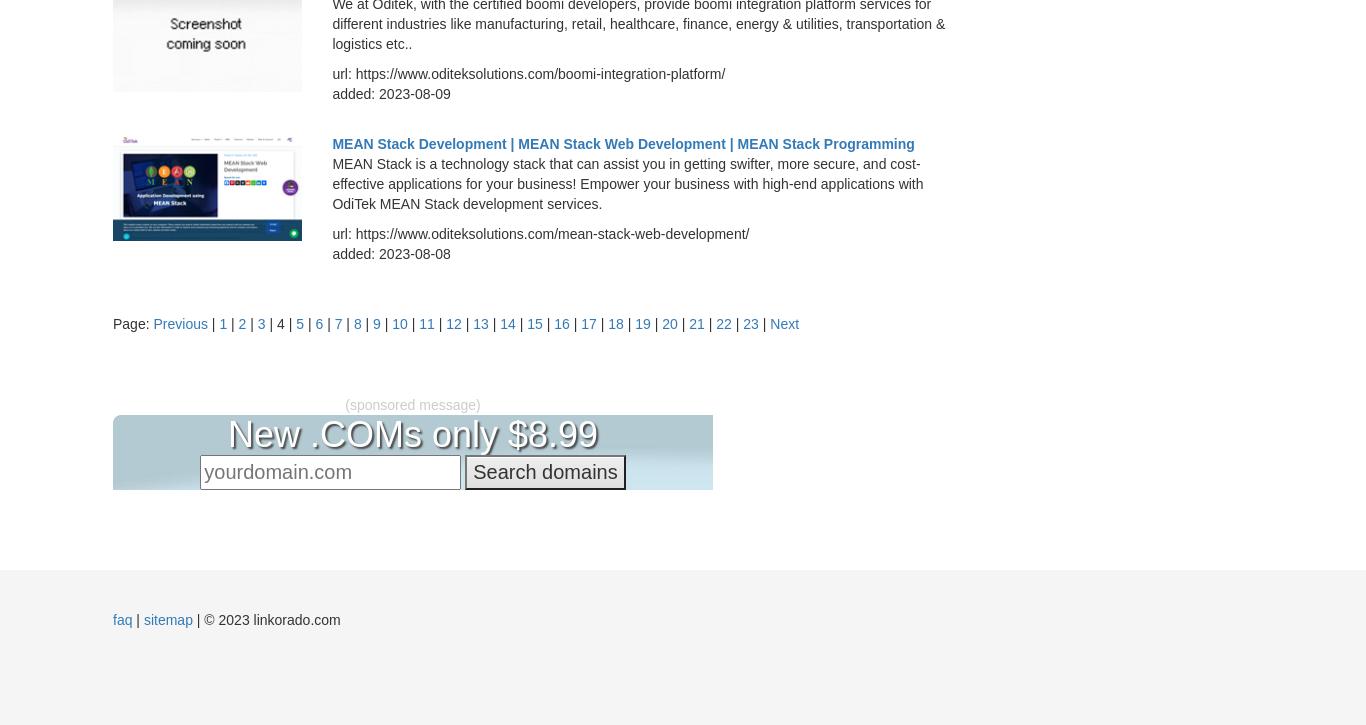  I want to click on '| 
    © 2023 linkorado.com', so click(265, 619).